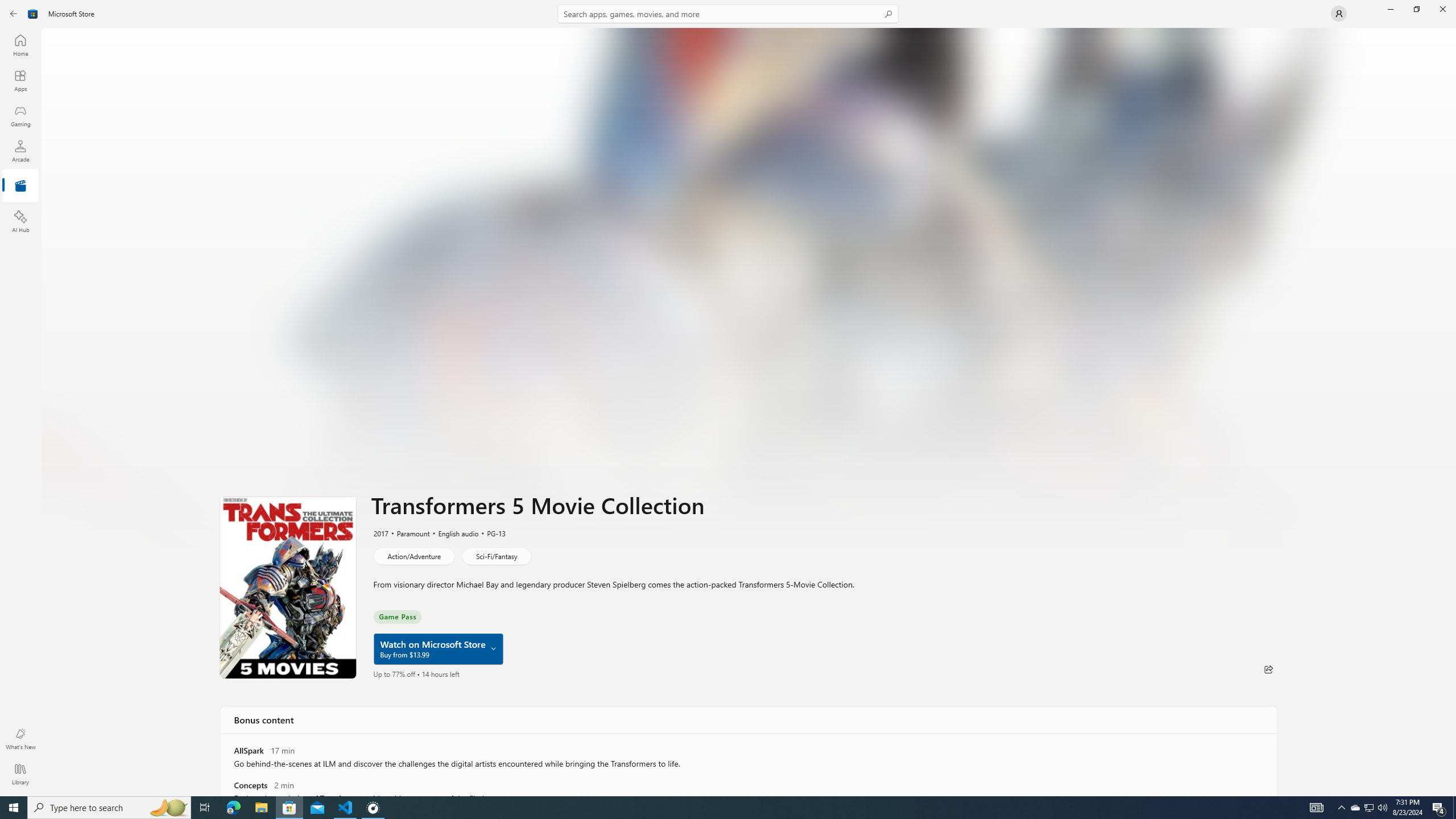 This screenshot has width=1456, height=819. Describe the element at coordinates (728, 13) in the screenshot. I see `'Search'` at that location.